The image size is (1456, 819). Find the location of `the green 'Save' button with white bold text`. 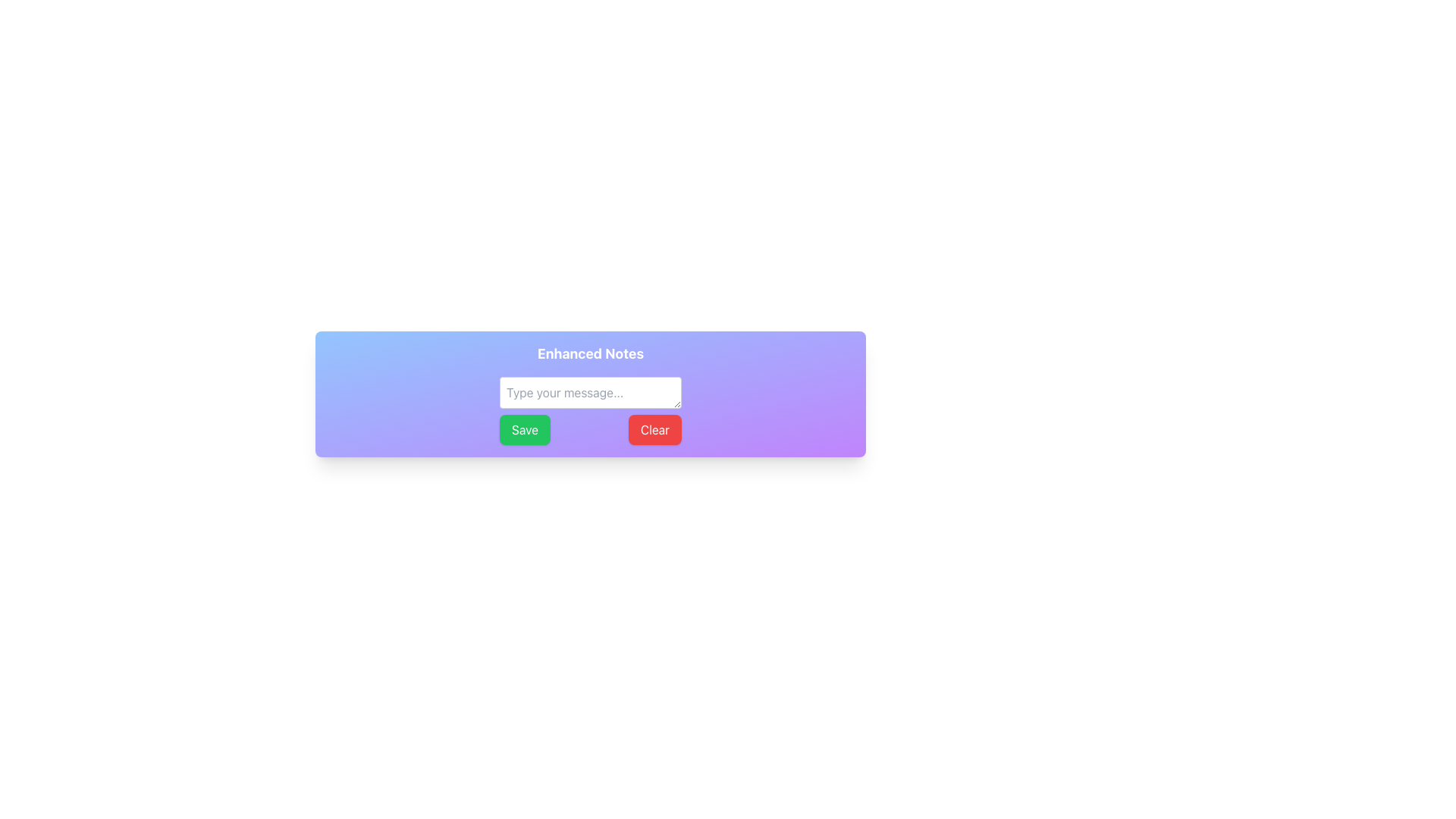

the green 'Save' button with white bold text is located at coordinates (525, 430).